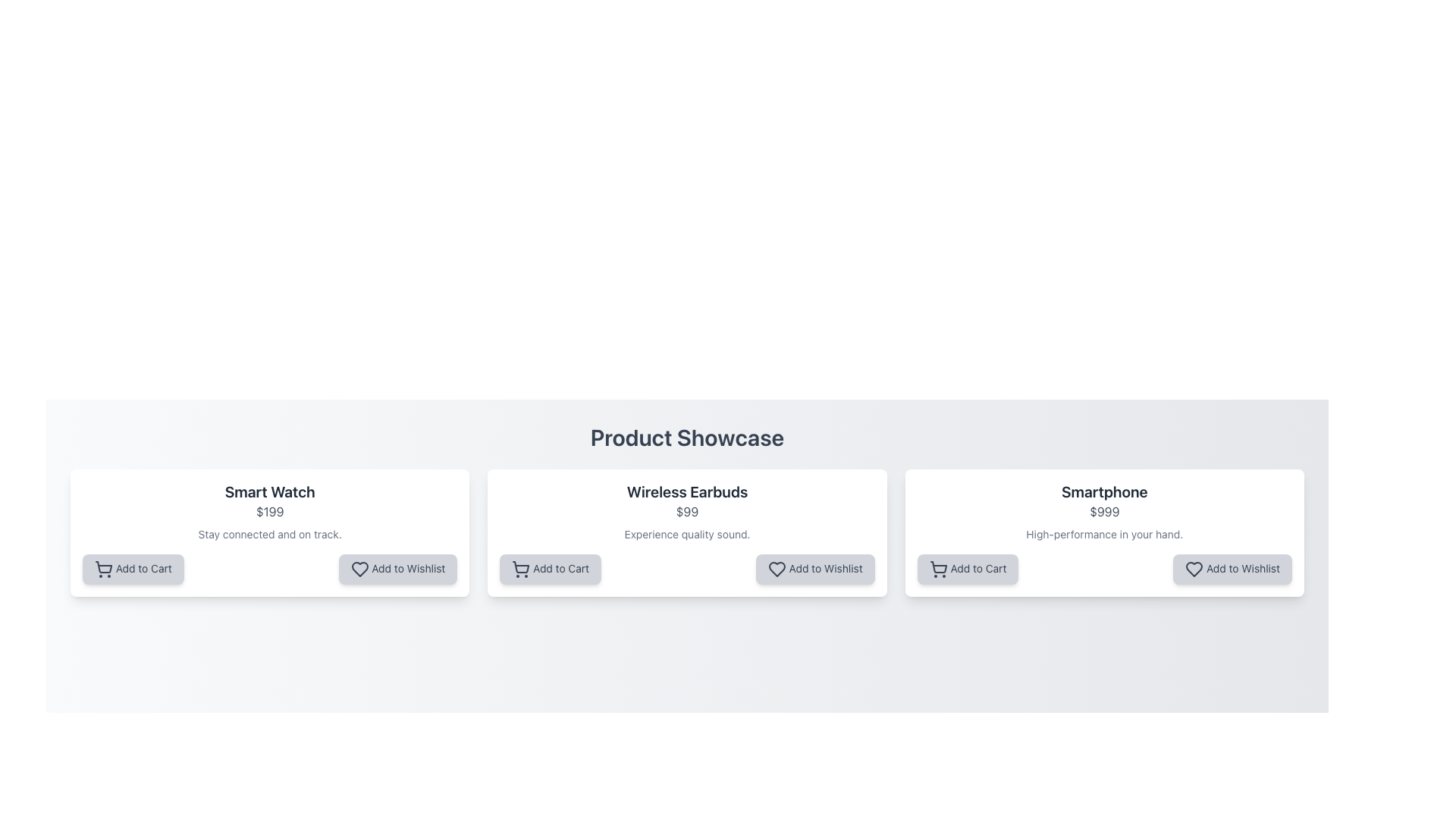 The width and height of the screenshot is (1456, 819). What do you see at coordinates (1194, 570) in the screenshot?
I see `the icon within the 'Add to Wishlist' button located at the bottom right corner of the Smartphone product card` at bounding box center [1194, 570].